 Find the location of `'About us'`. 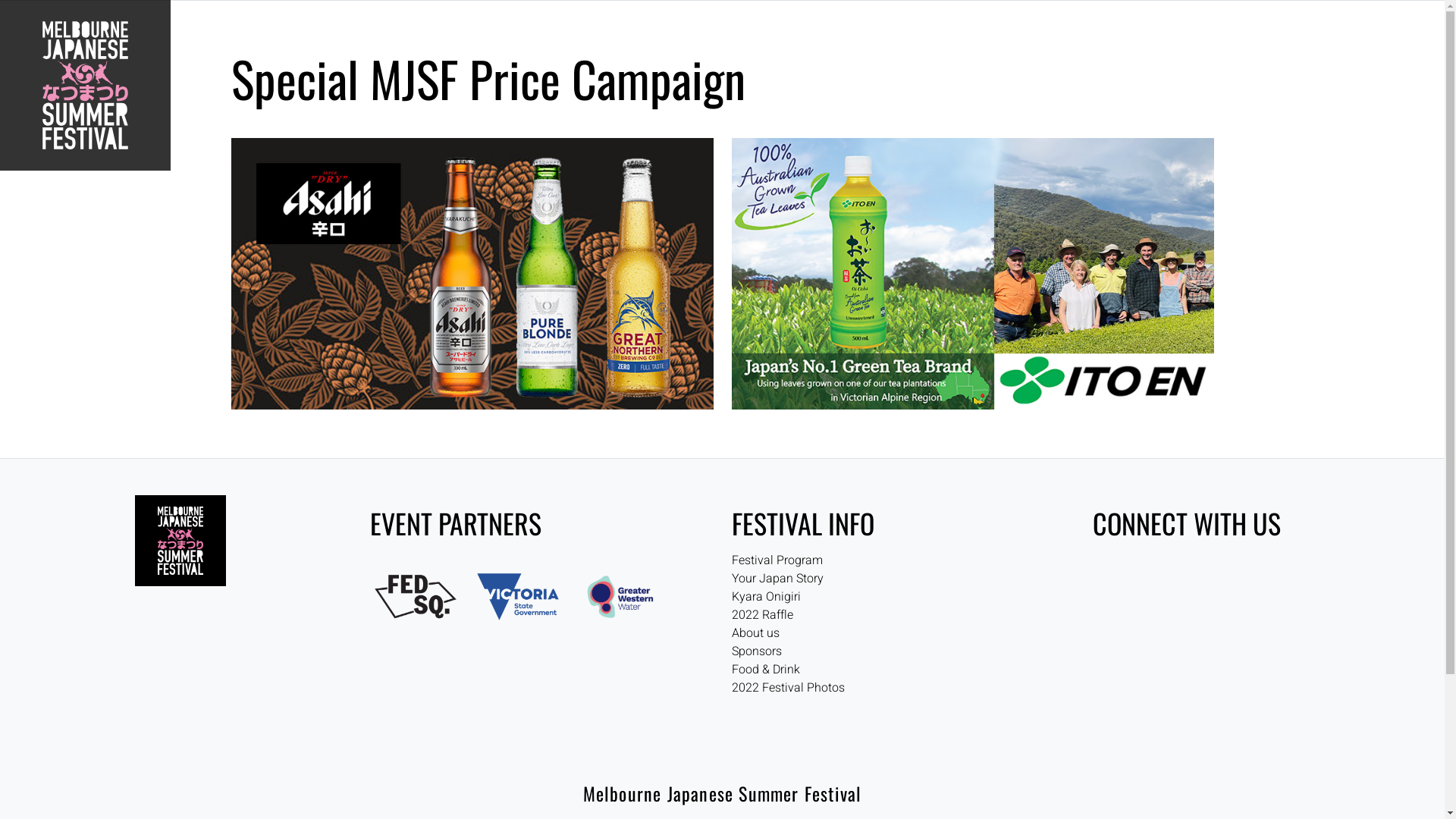

'About us' is located at coordinates (731, 632).